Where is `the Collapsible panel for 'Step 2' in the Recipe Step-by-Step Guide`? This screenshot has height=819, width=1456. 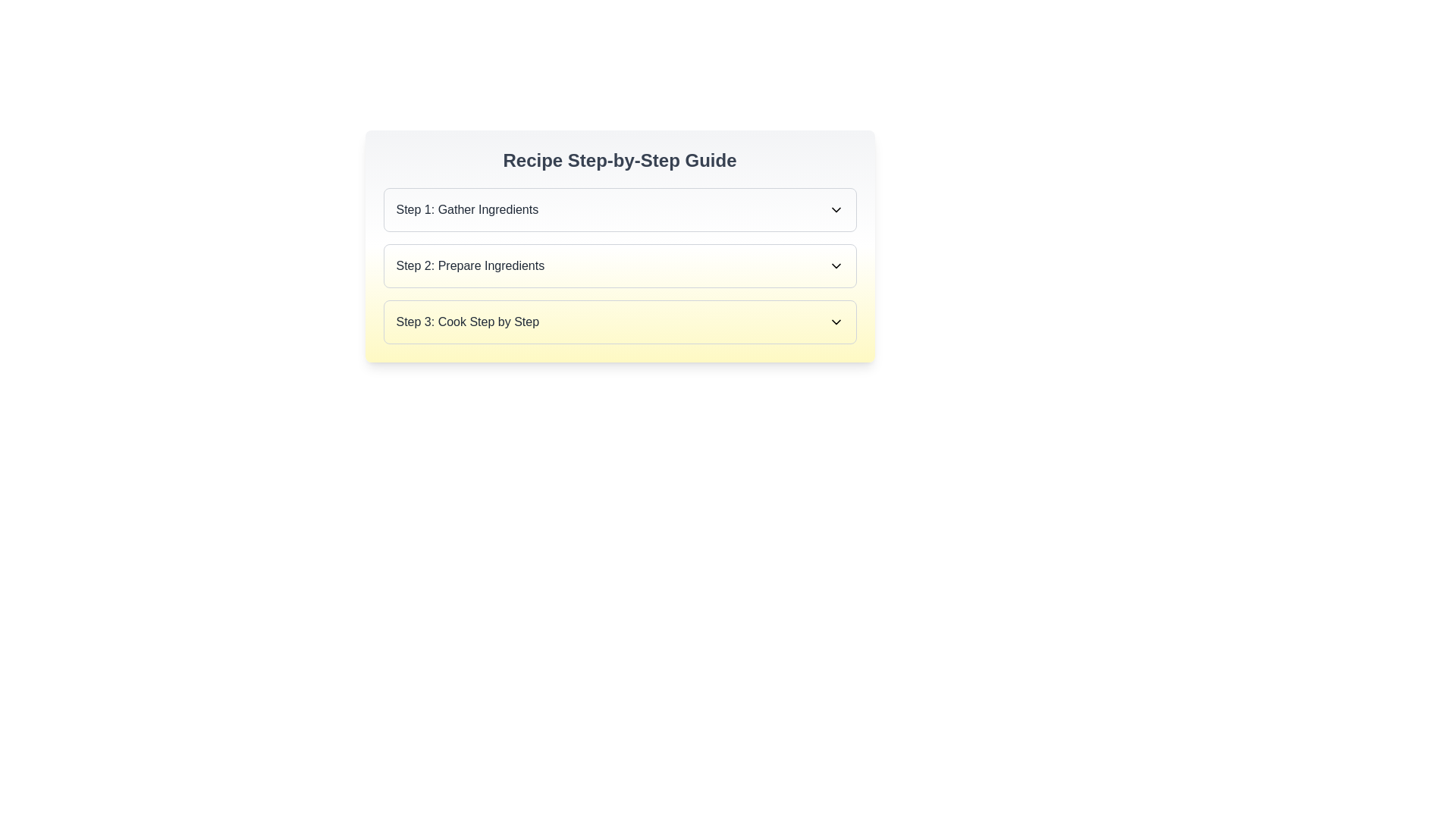
the Collapsible panel for 'Step 2' in the Recipe Step-by-Step Guide is located at coordinates (620, 265).